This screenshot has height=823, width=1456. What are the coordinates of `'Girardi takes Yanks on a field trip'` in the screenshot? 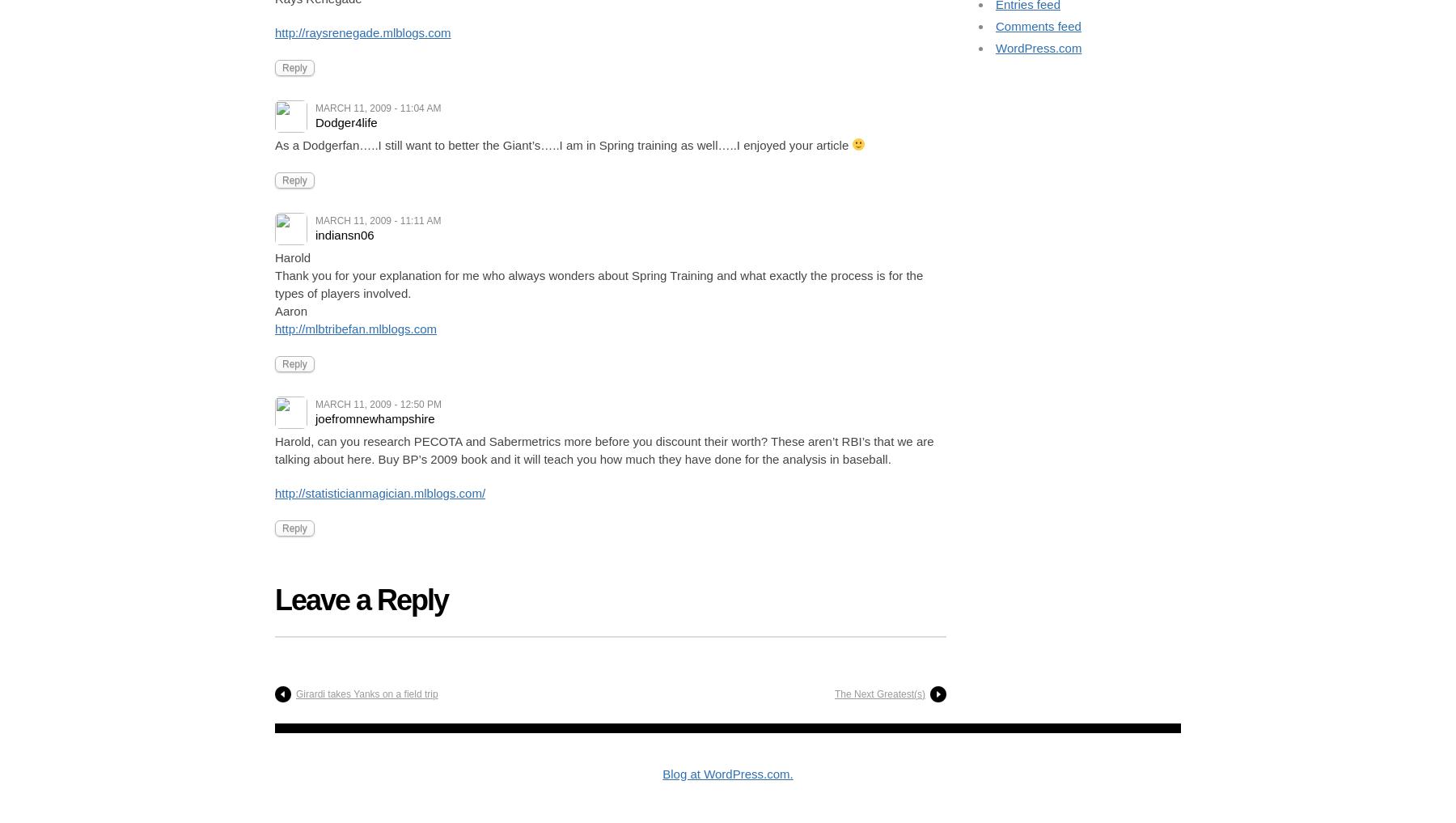 It's located at (366, 694).